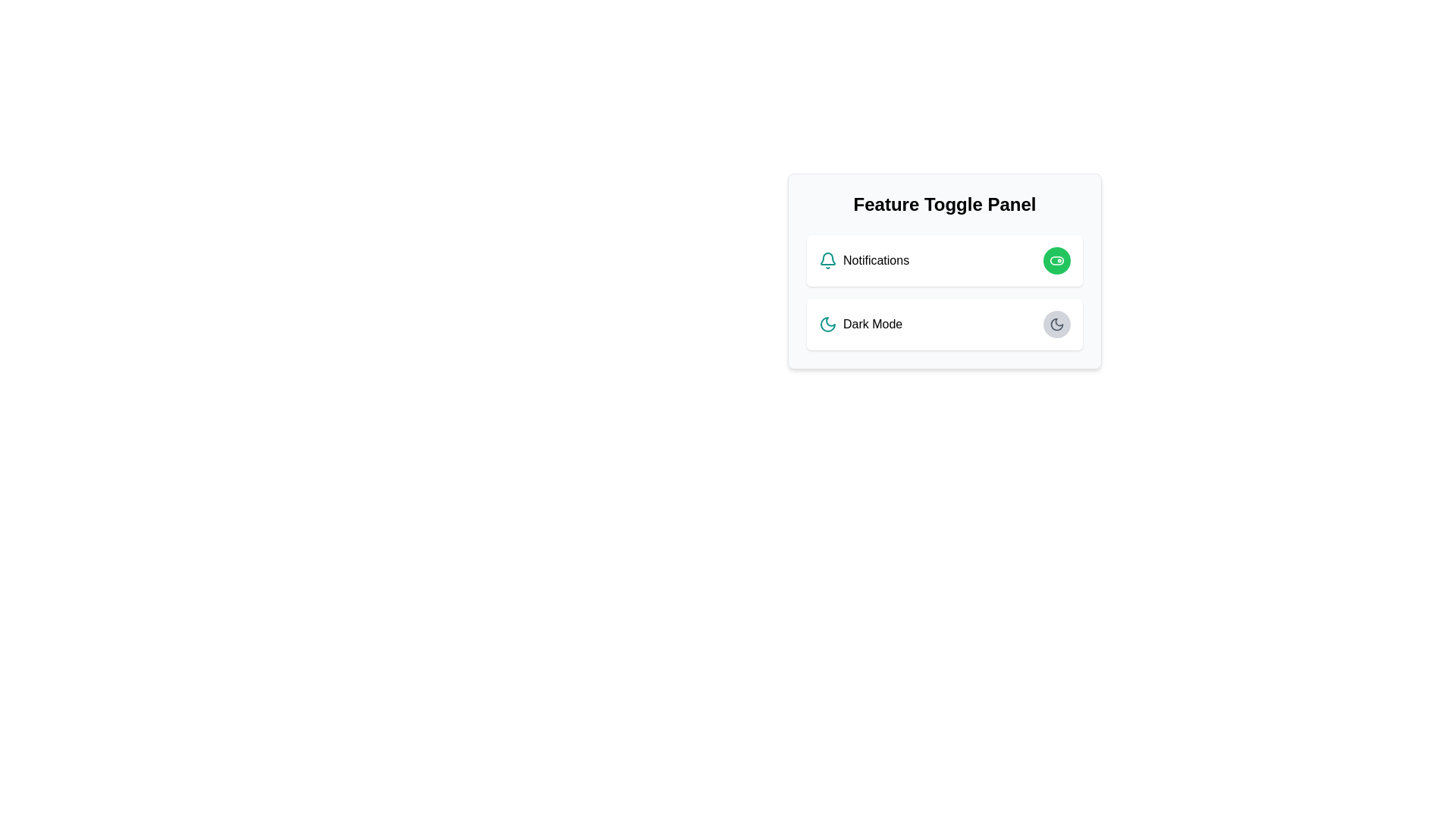 The width and height of the screenshot is (1456, 819). Describe the element at coordinates (827, 324) in the screenshot. I see `the 'Dark Mode' icon, which symbolizes the toggle for dark themes, located in the second row of the 'Feature Toggle Panel' on the right side of the toggle option` at that location.